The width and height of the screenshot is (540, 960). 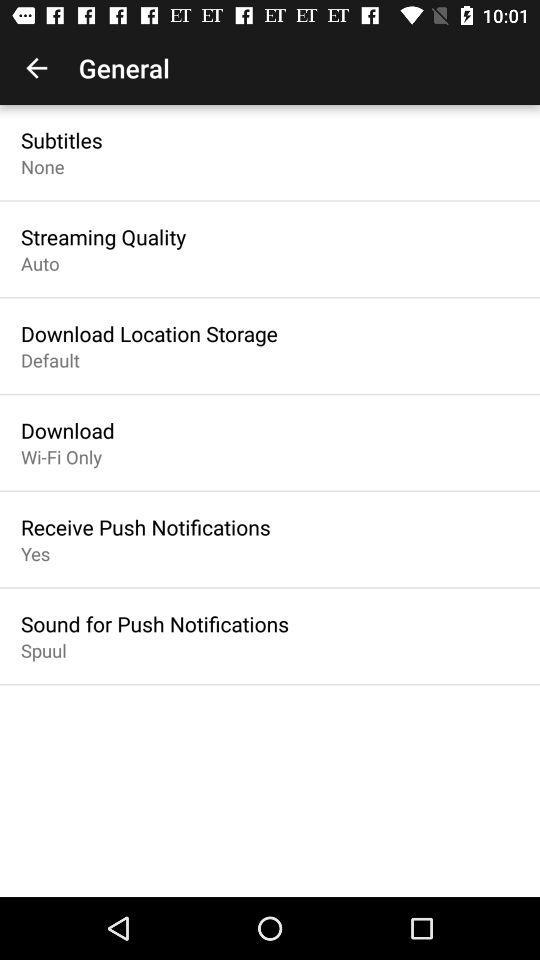 I want to click on the none icon, so click(x=42, y=165).